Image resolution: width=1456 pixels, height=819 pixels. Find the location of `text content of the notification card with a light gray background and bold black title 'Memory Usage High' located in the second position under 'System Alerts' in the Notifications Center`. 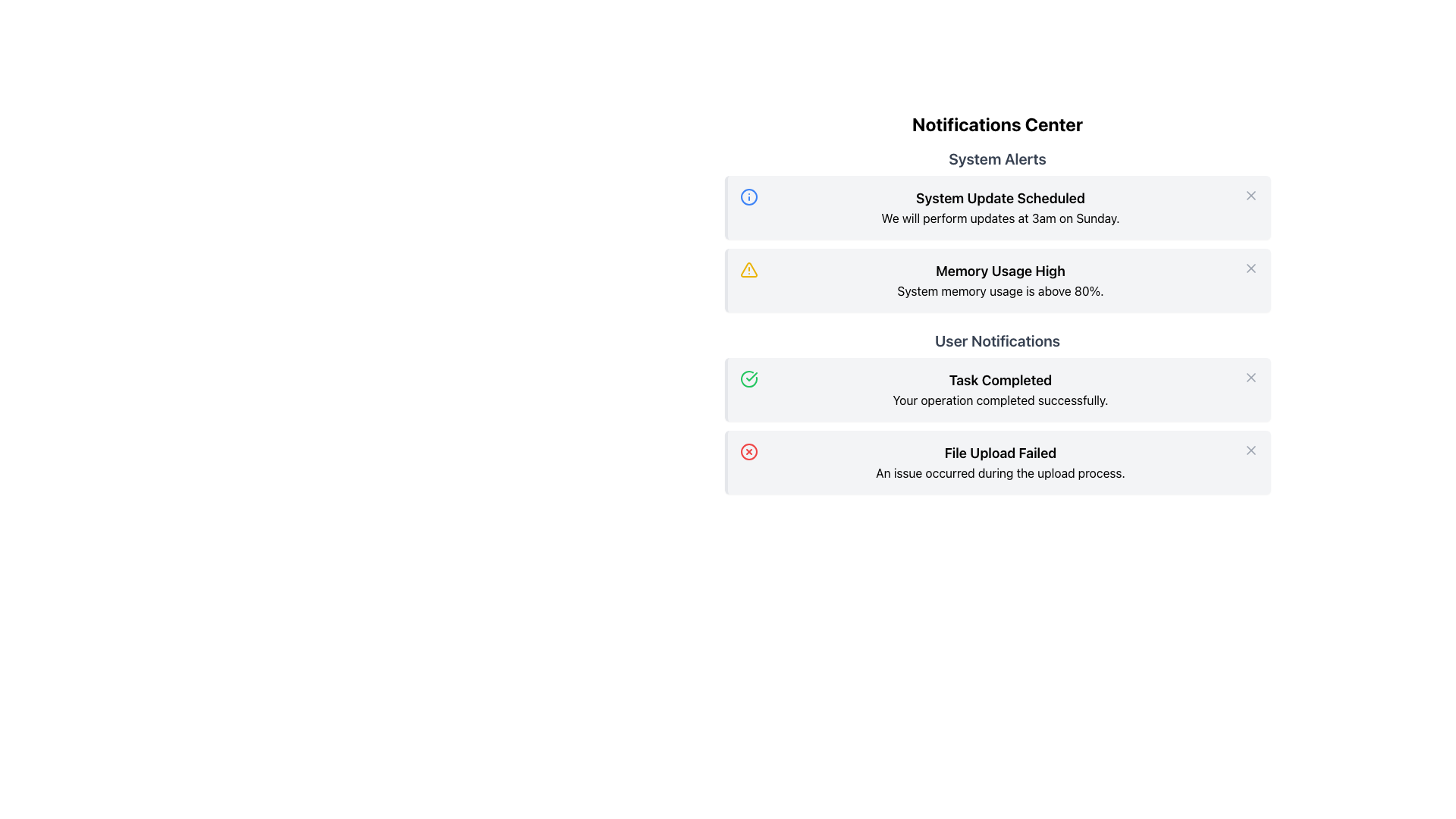

text content of the notification card with a light gray background and bold black title 'Memory Usage High' located in the second position under 'System Alerts' in the Notifications Center is located at coordinates (997, 281).